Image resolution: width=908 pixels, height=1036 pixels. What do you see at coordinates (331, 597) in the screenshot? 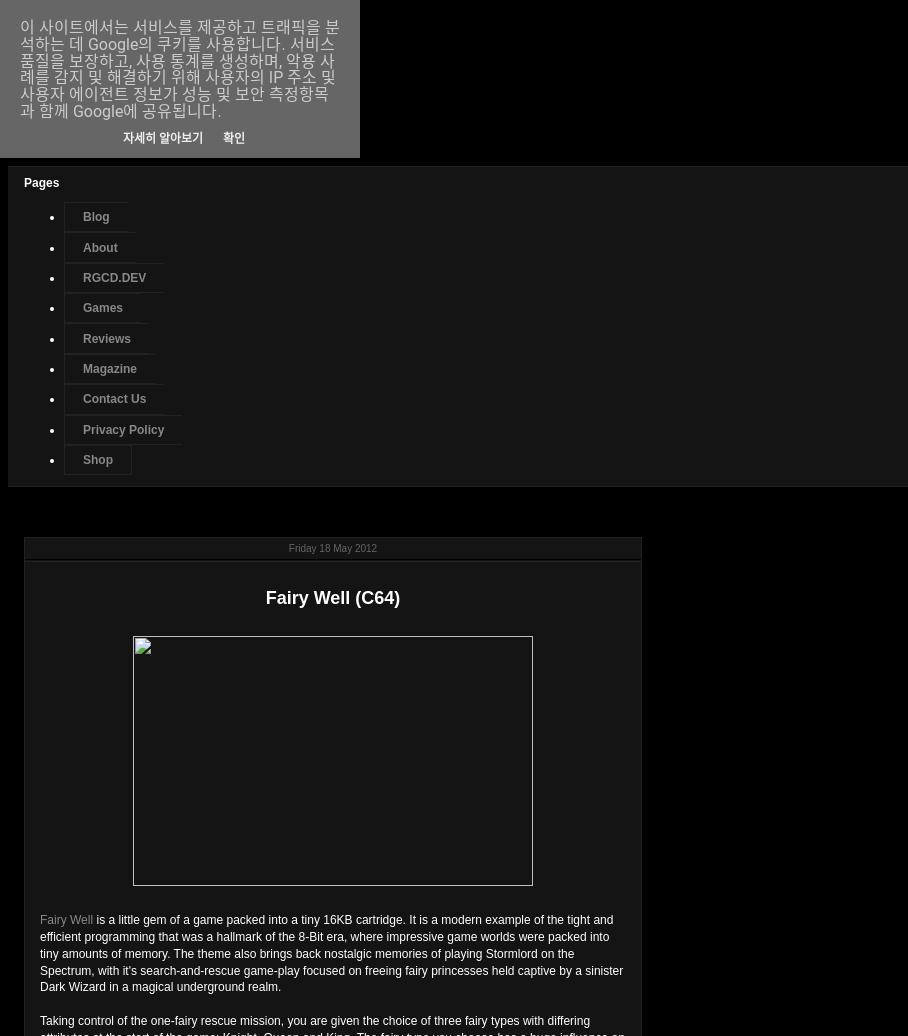
I see `'Fairy Well (C64)'` at bounding box center [331, 597].